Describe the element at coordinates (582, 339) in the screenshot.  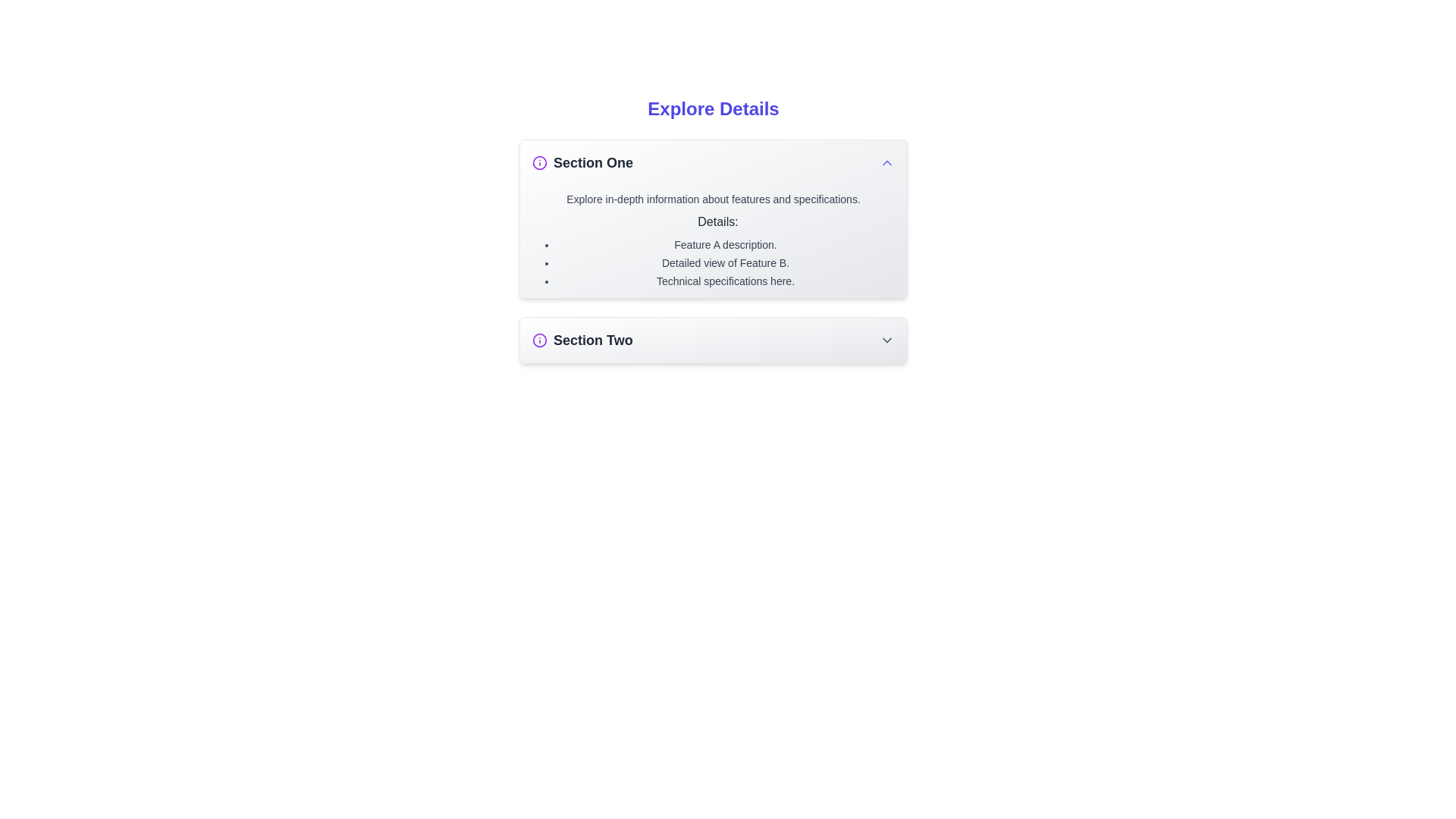
I see `the Text Label with Associated Icon for 'Section Two' located under 'Explore Details'` at that location.